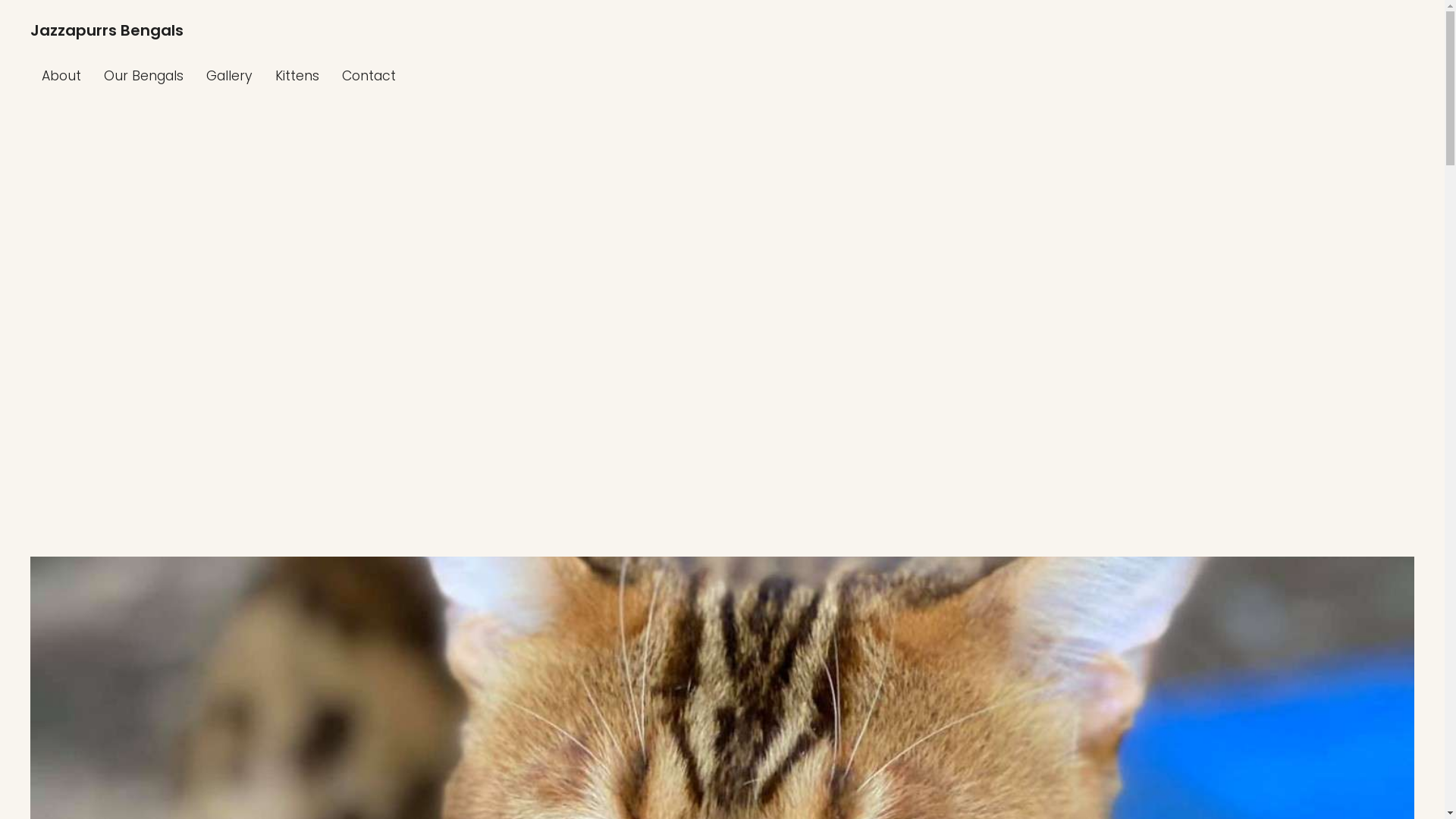 This screenshot has height=819, width=1456. What do you see at coordinates (297, 76) in the screenshot?
I see `'Kittens'` at bounding box center [297, 76].